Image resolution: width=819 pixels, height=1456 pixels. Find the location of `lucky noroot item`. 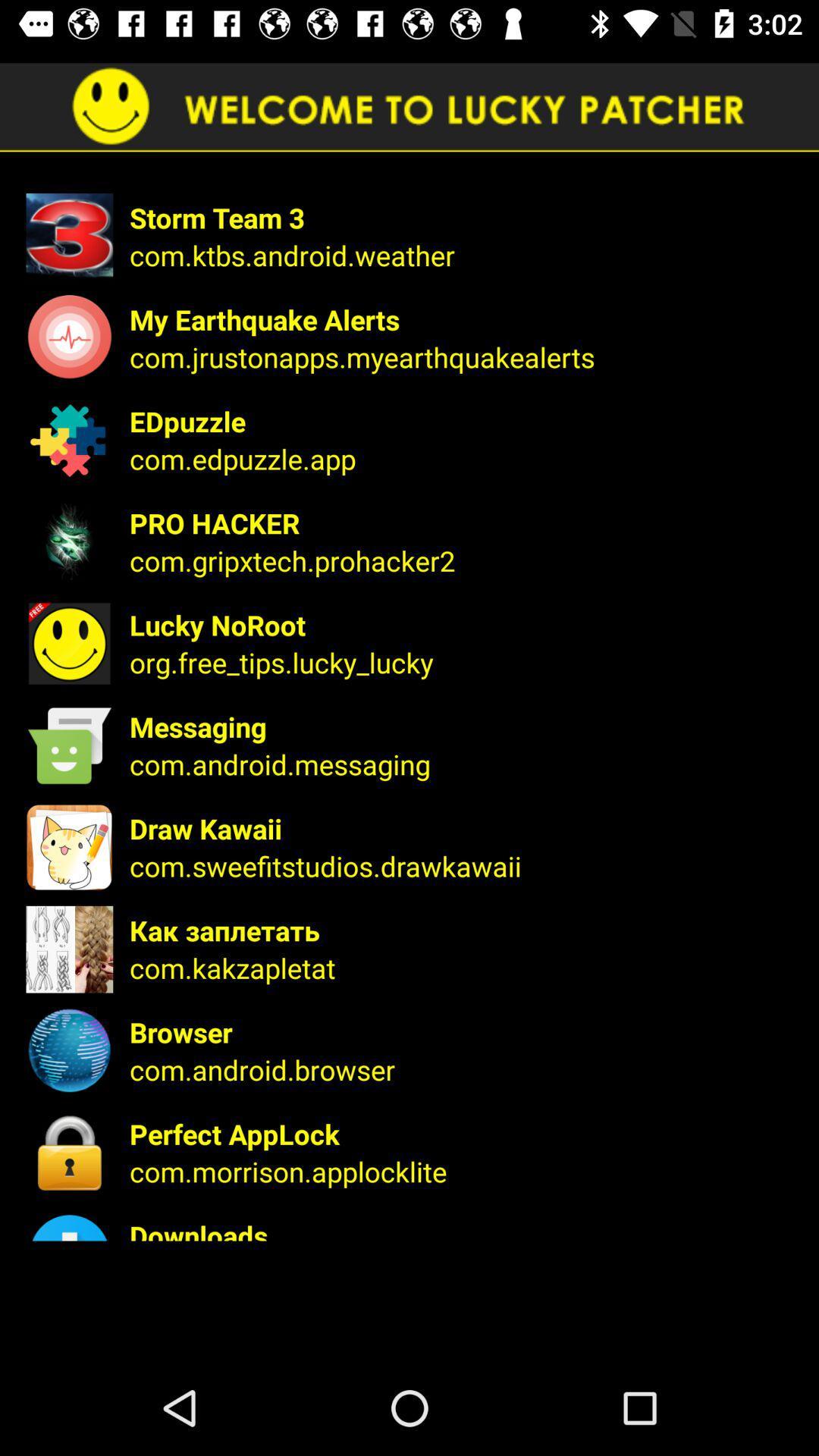

lucky noroot item is located at coordinates (463, 625).